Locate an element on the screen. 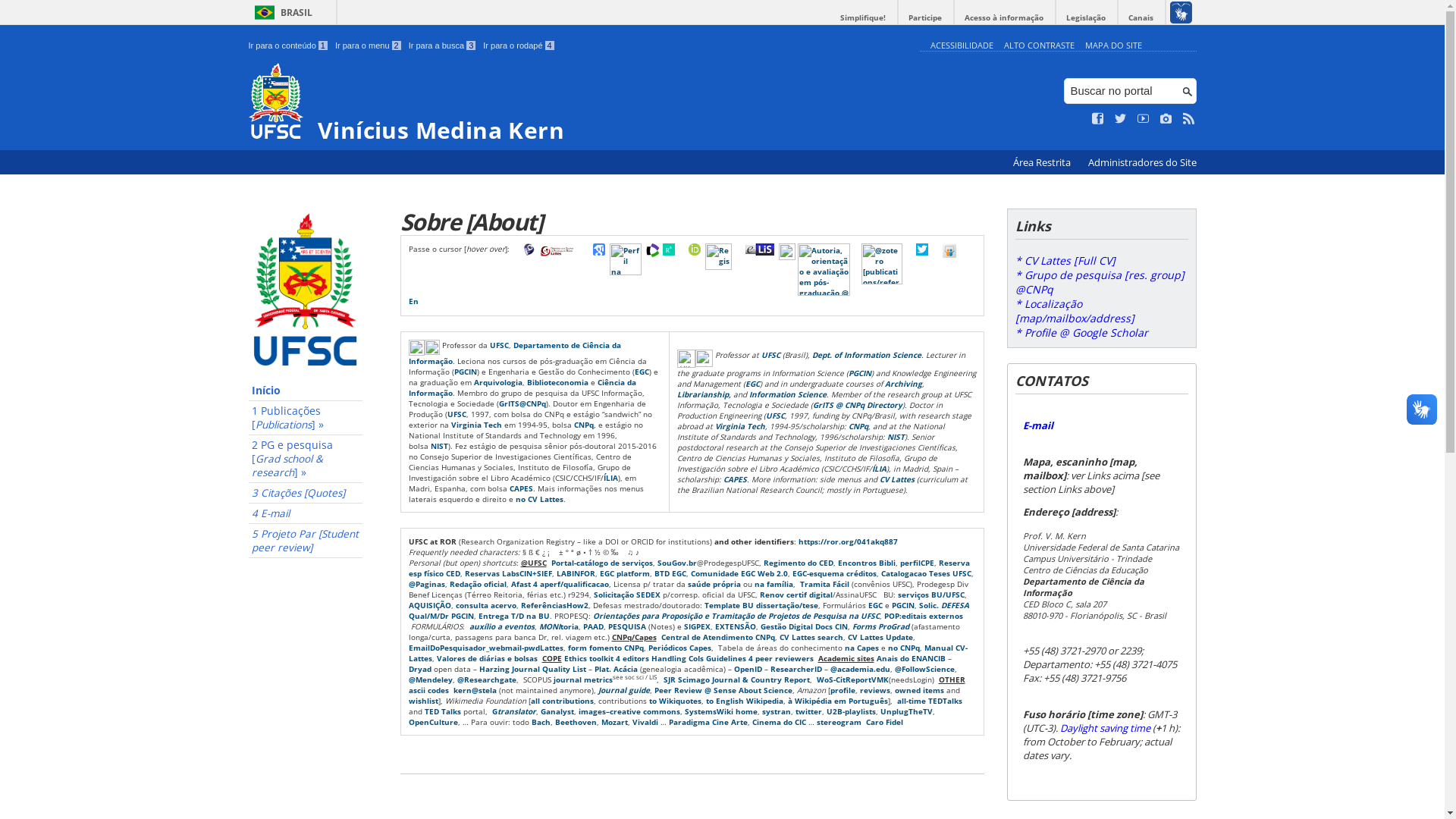 Image resolution: width=1456 pixels, height=819 pixels. 'Perfil na Web of Science [WoS profile]' is located at coordinates (653, 249).